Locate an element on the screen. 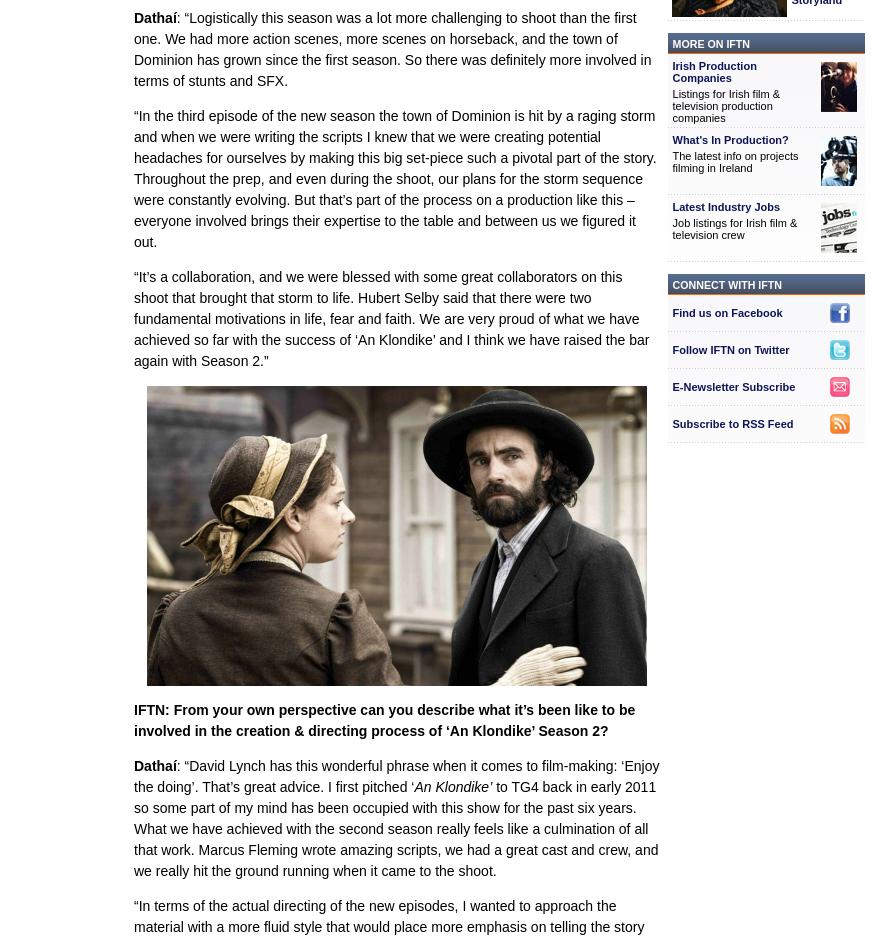  'Listings for Irish film & television production companies' is located at coordinates (726, 104).